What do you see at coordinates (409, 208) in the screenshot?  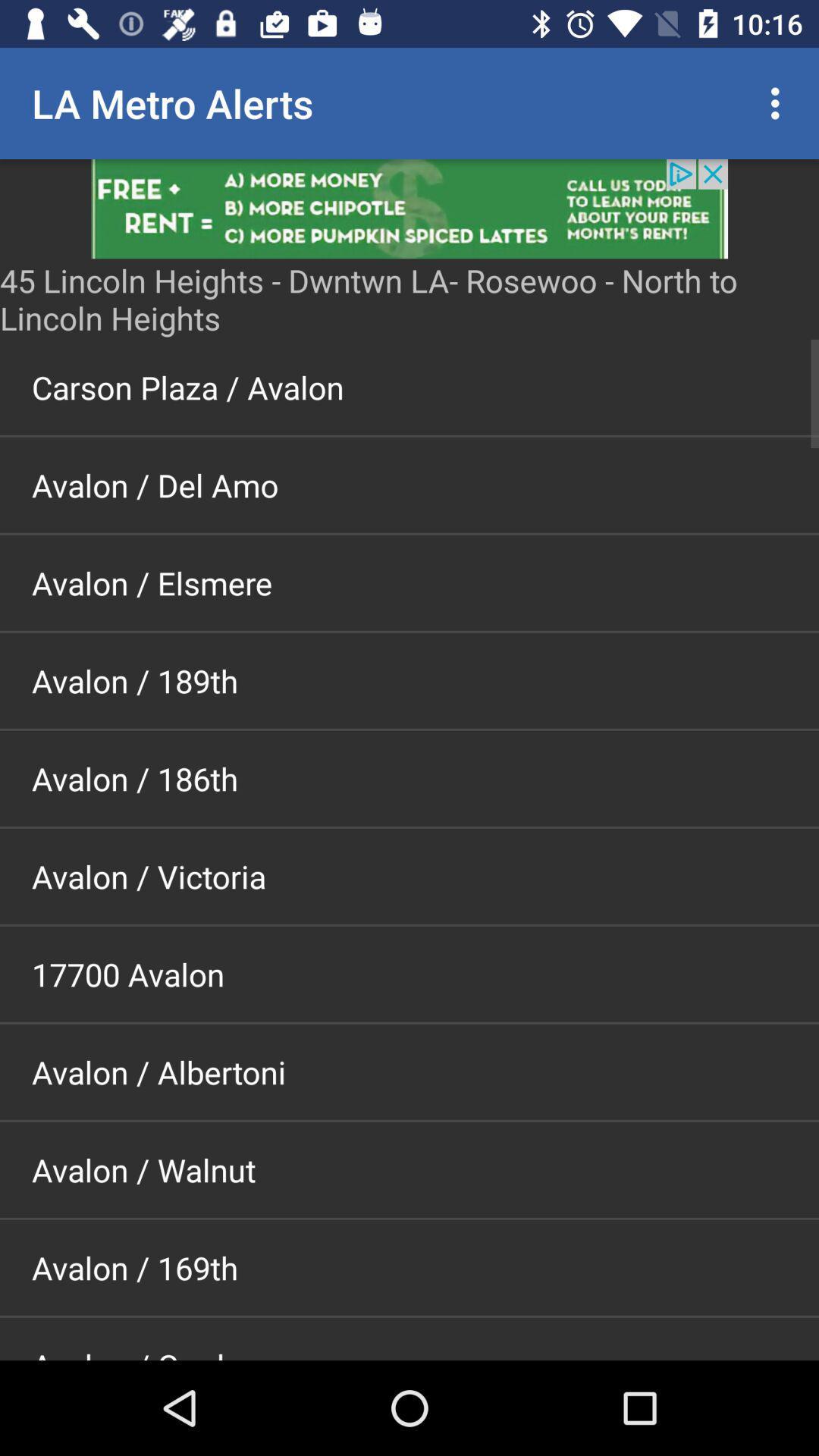 I see `adverts` at bounding box center [409, 208].